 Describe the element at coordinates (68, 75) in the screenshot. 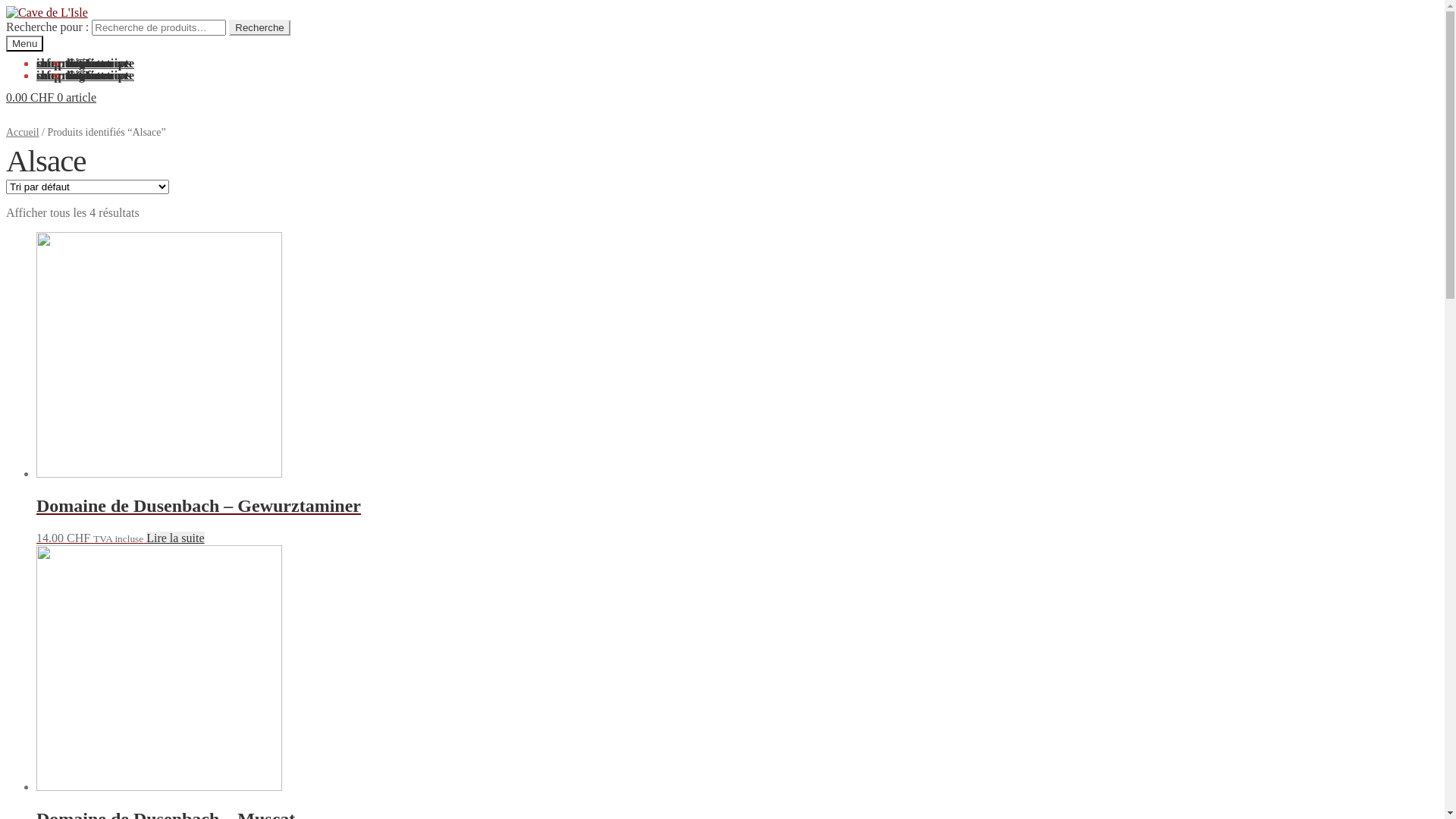

I see `'informations'` at that location.